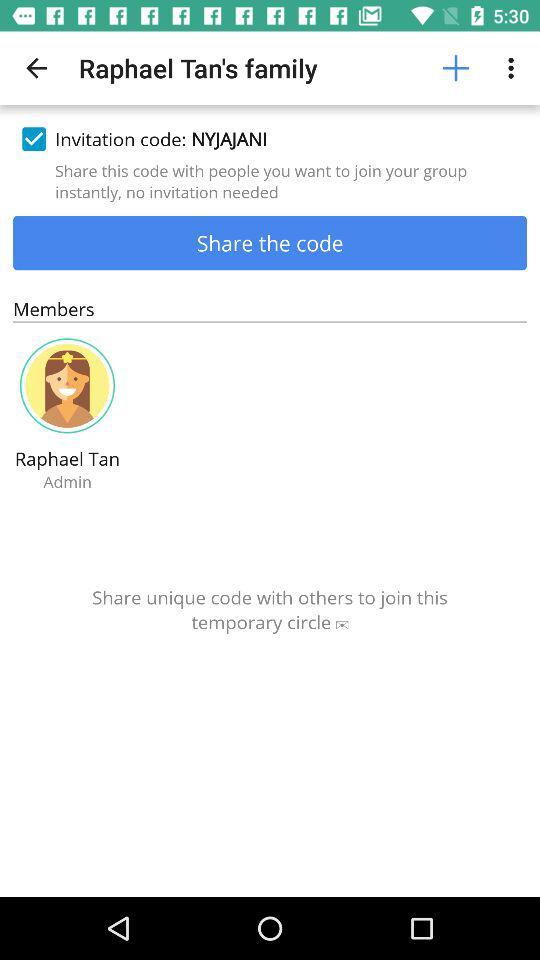 This screenshot has width=540, height=960. I want to click on the button which is below the raphael tans family, so click(270, 138).